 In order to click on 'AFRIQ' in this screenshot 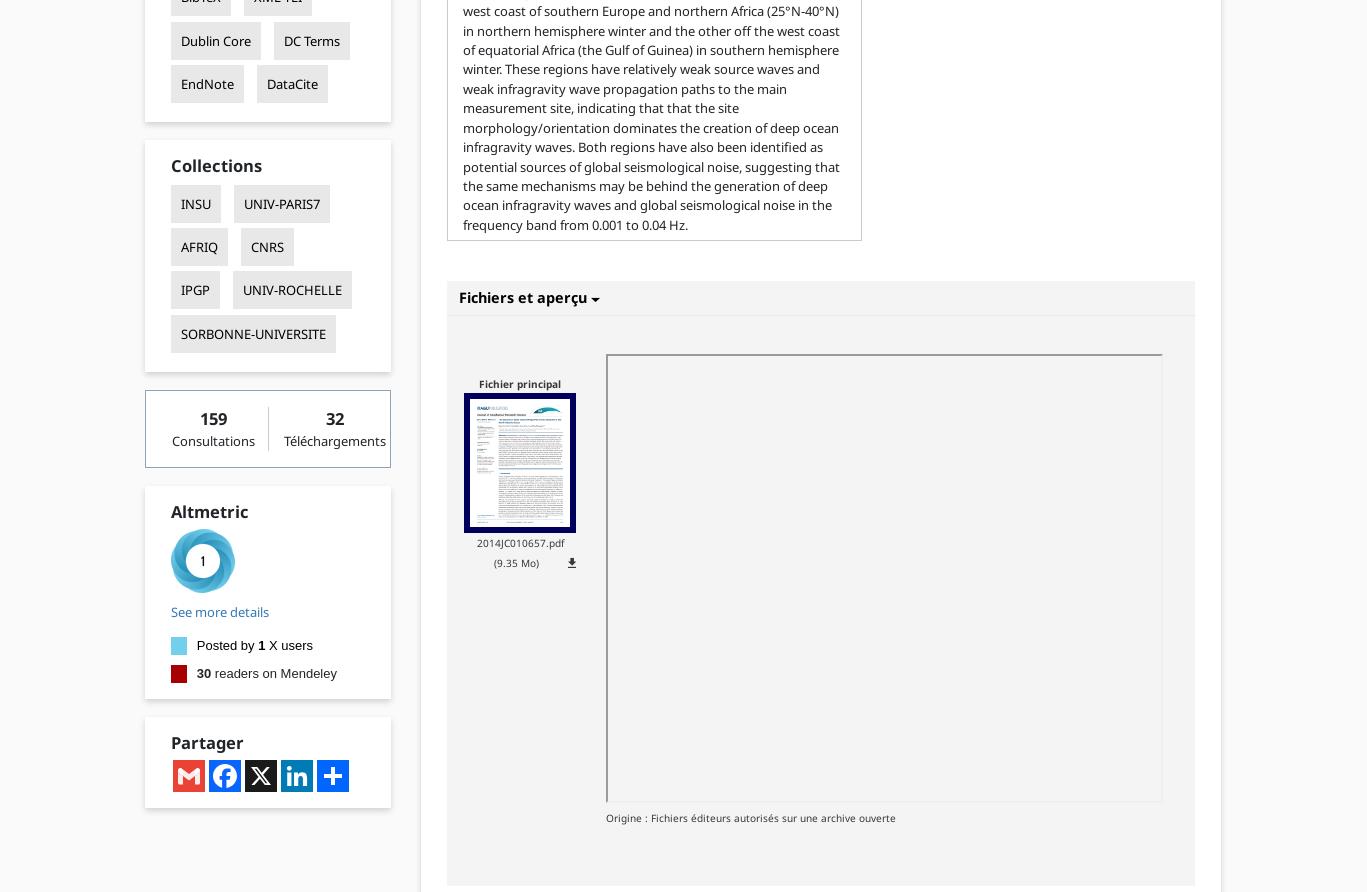, I will do `click(197, 246)`.